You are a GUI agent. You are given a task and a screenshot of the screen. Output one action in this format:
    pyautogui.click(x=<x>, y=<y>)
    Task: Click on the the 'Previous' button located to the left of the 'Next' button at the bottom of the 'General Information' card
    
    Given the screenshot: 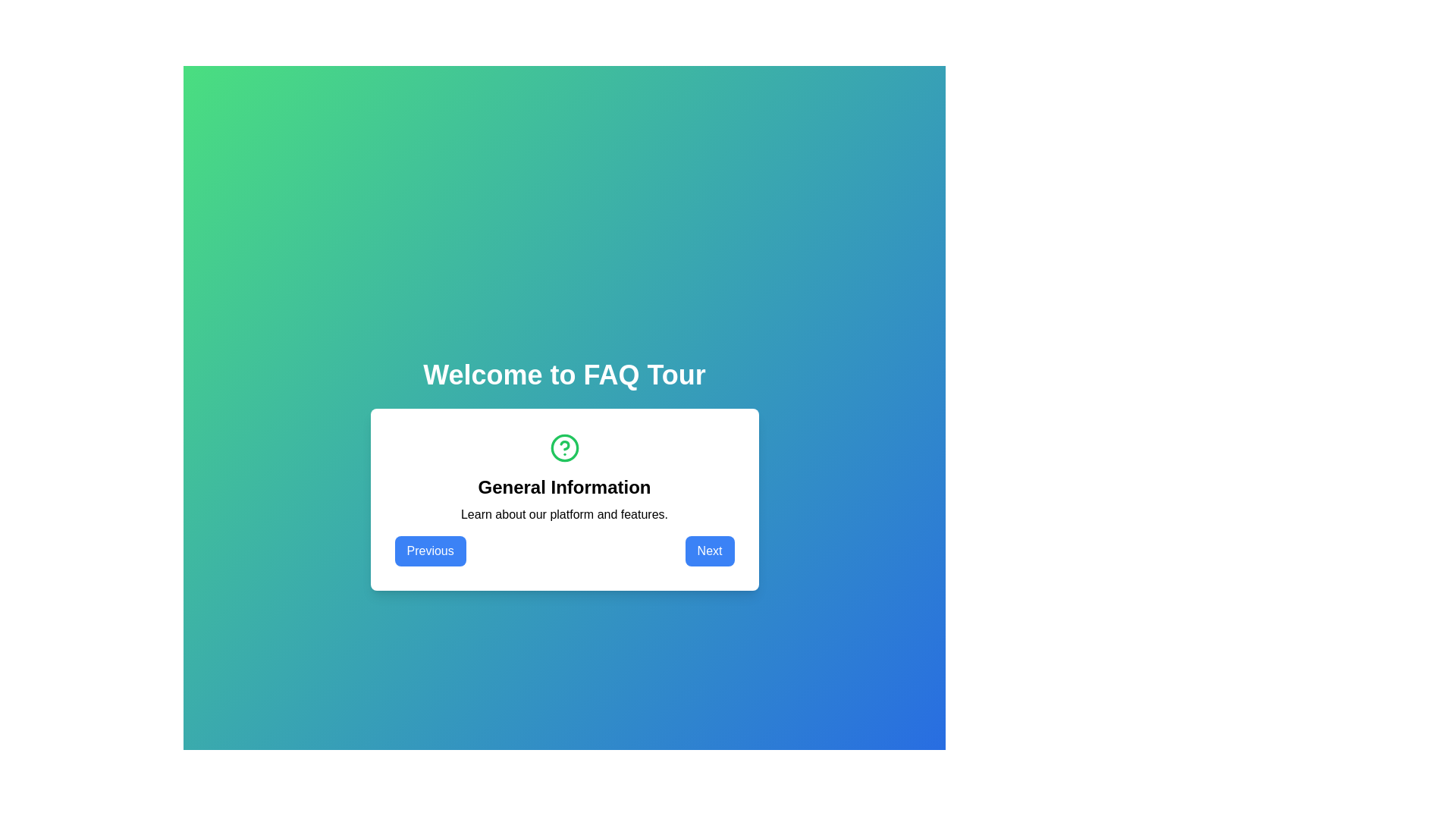 What is the action you would take?
    pyautogui.click(x=429, y=551)
    